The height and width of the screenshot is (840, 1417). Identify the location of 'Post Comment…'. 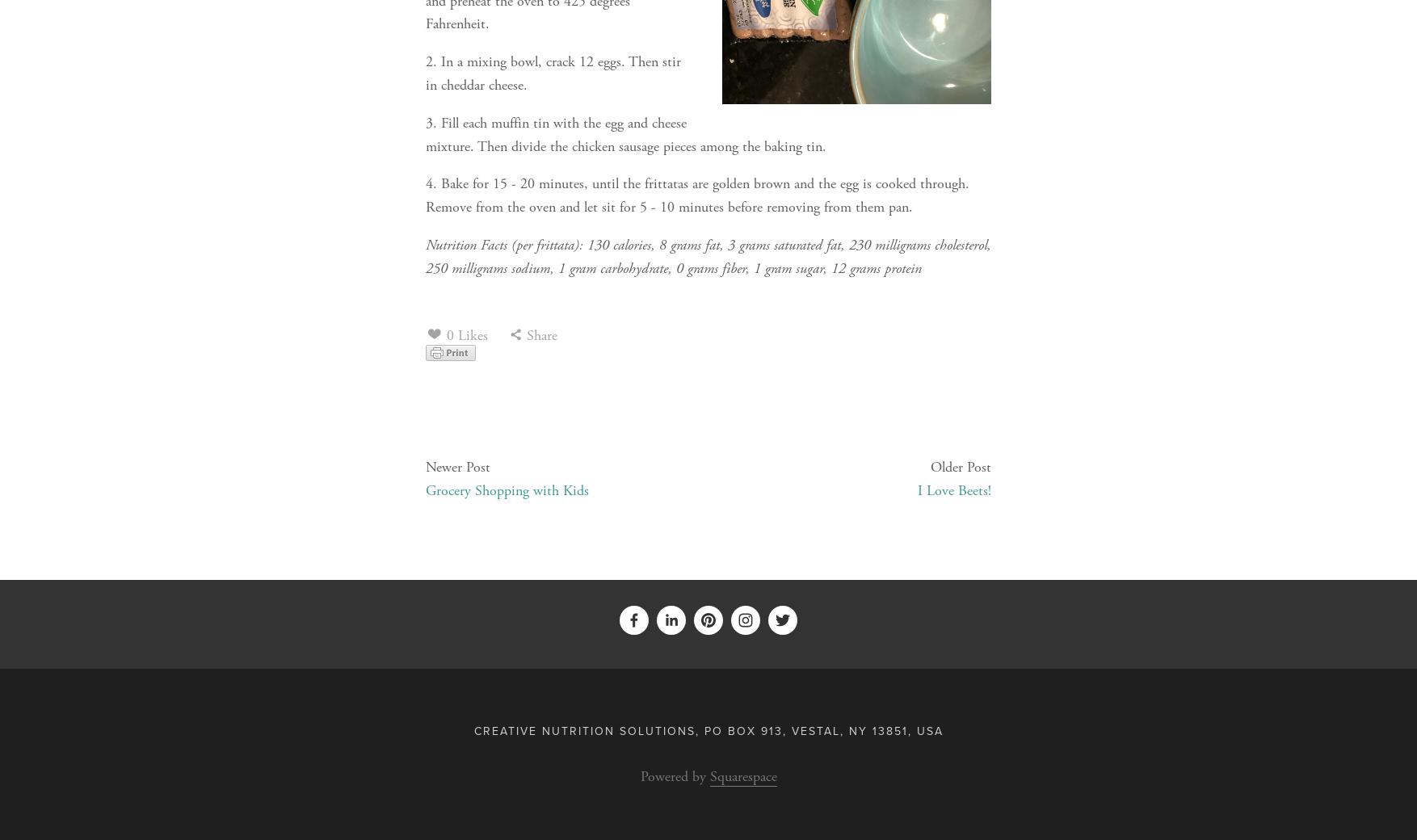
(912, 586).